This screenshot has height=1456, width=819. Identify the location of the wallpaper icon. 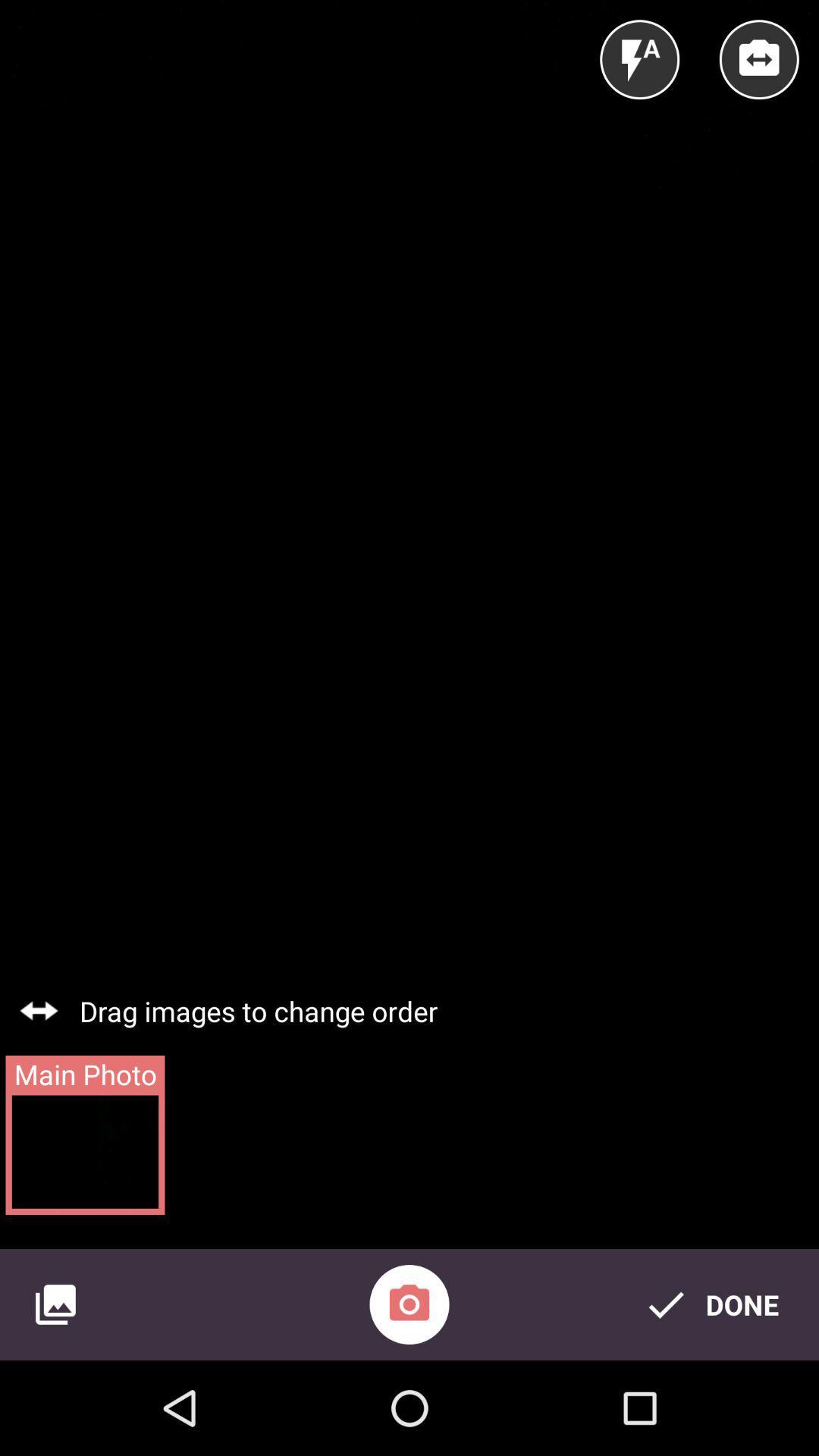
(55, 1304).